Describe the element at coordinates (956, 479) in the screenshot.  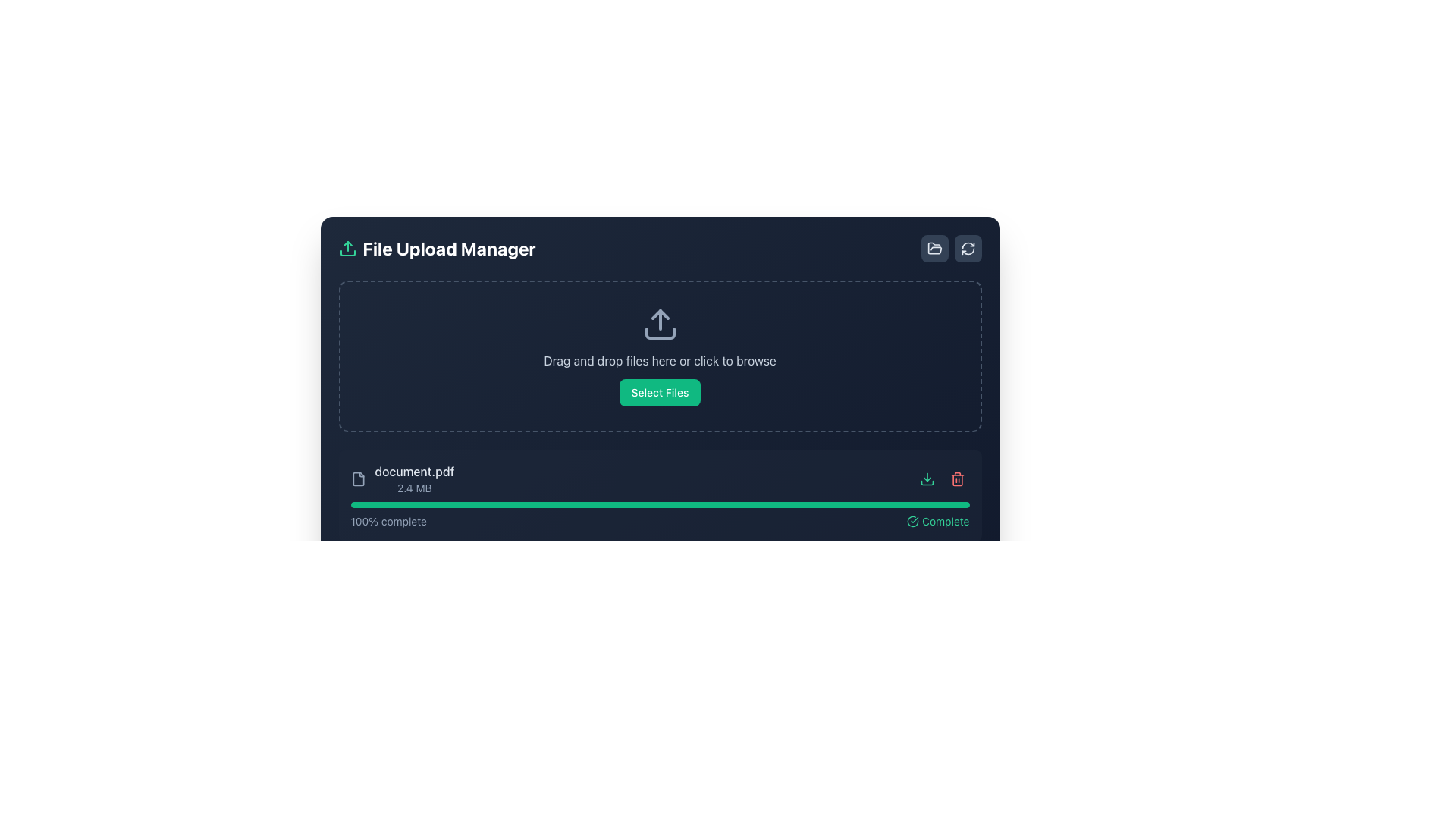
I see `the Trash Bin icon located in the bottom right corner of the file upload section` at that location.